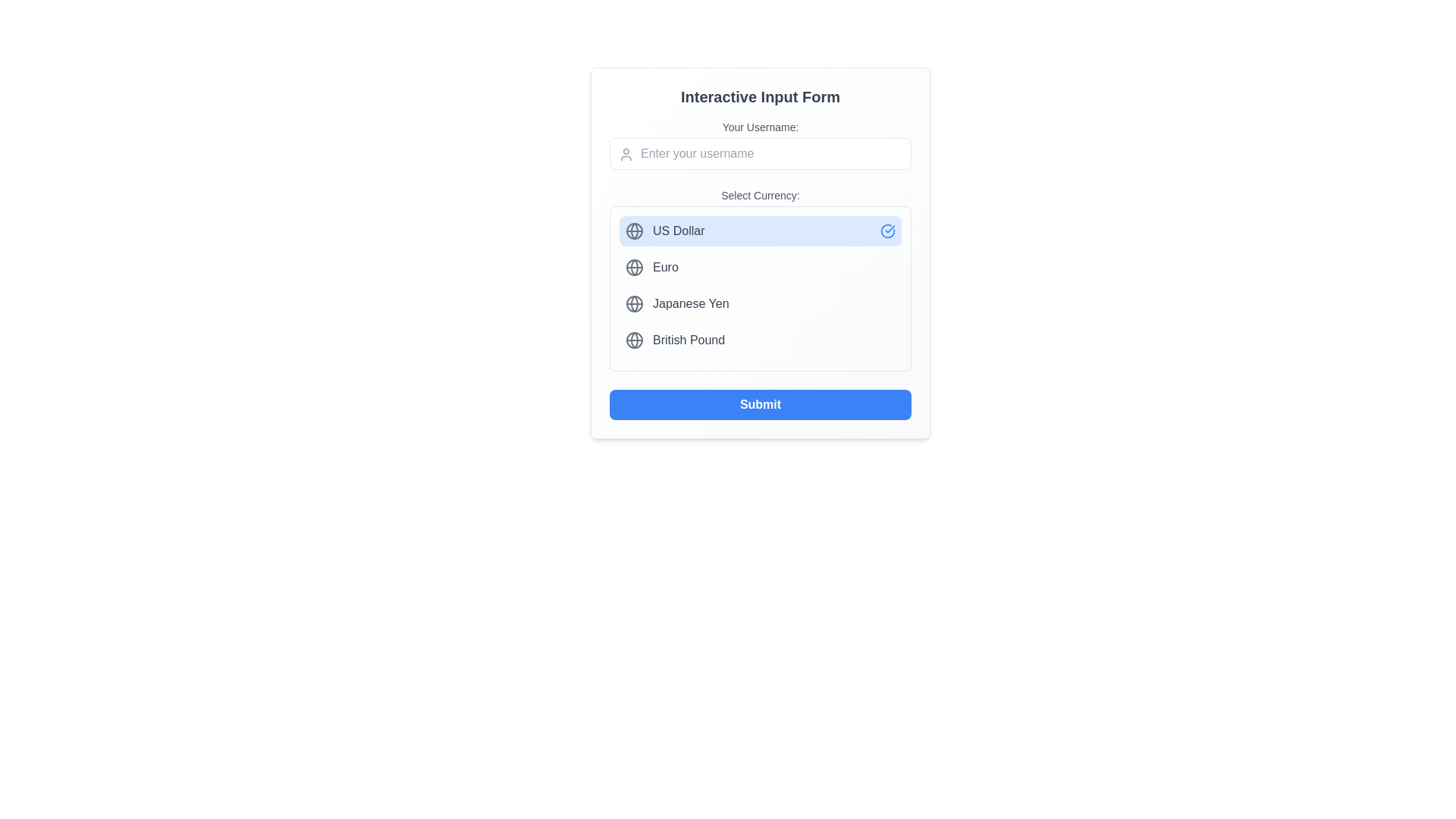  I want to click on the decorative SVG shape that represents the globe icon for the 'Japanese Yen' currency entry in the list of currency options, so click(634, 304).